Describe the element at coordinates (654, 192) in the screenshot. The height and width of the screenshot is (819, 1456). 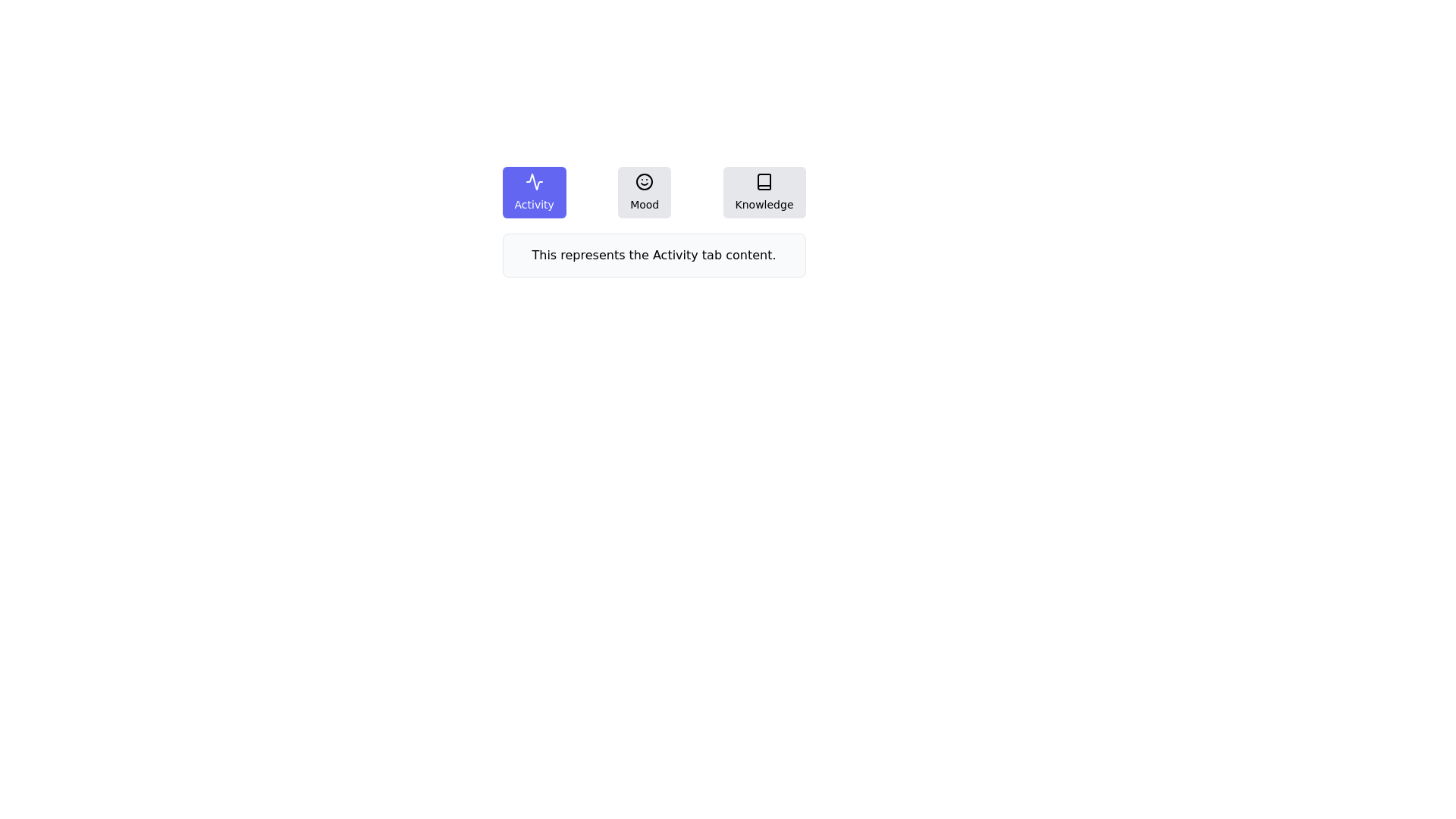
I see `the navigational button for the 'Mood' section, located at the top center of the interface, between the 'Activity' and 'Knowledge' sections` at that location.